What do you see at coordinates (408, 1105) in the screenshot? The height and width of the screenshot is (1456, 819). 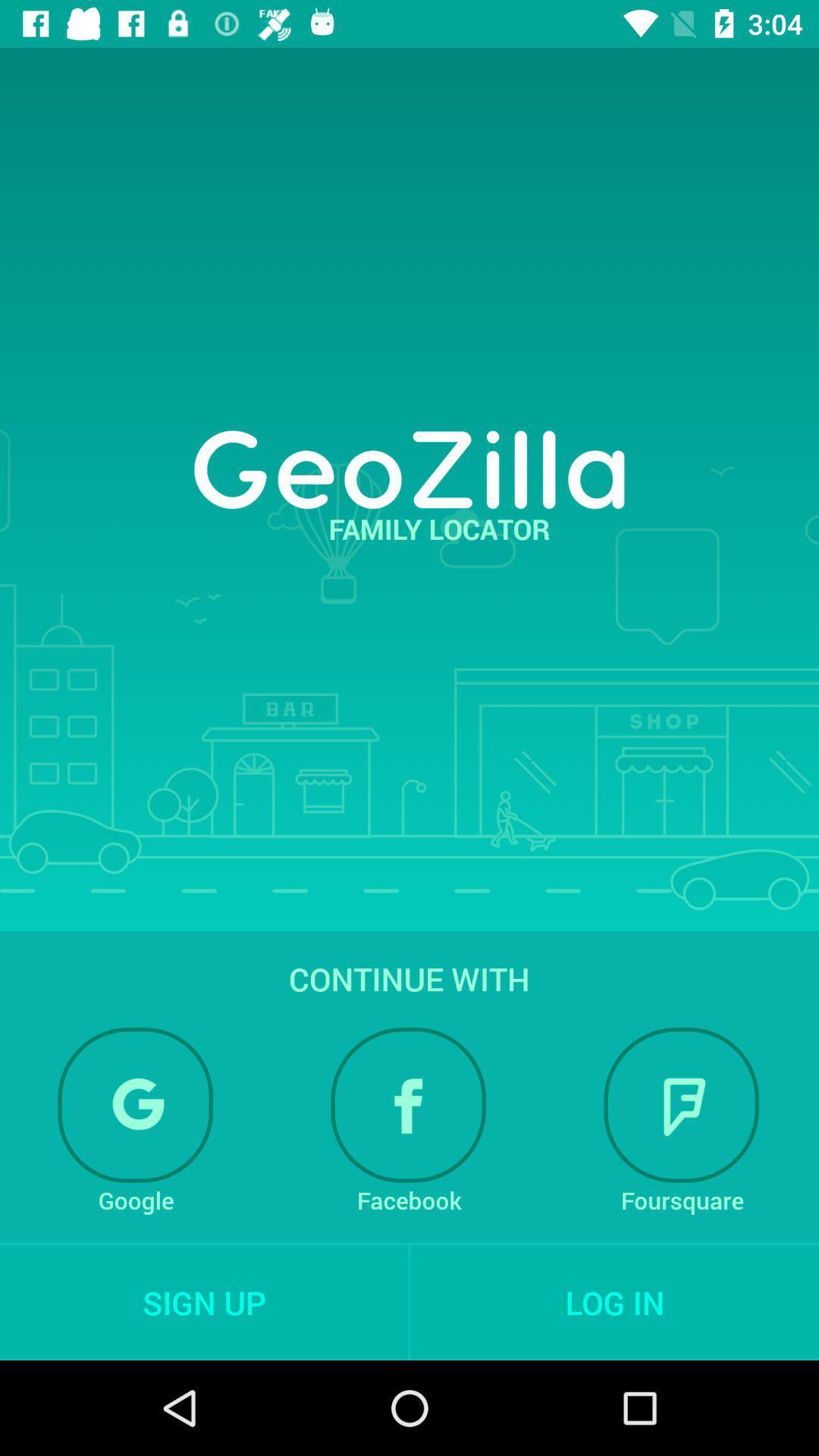 I see `sign in through facebook option` at bounding box center [408, 1105].